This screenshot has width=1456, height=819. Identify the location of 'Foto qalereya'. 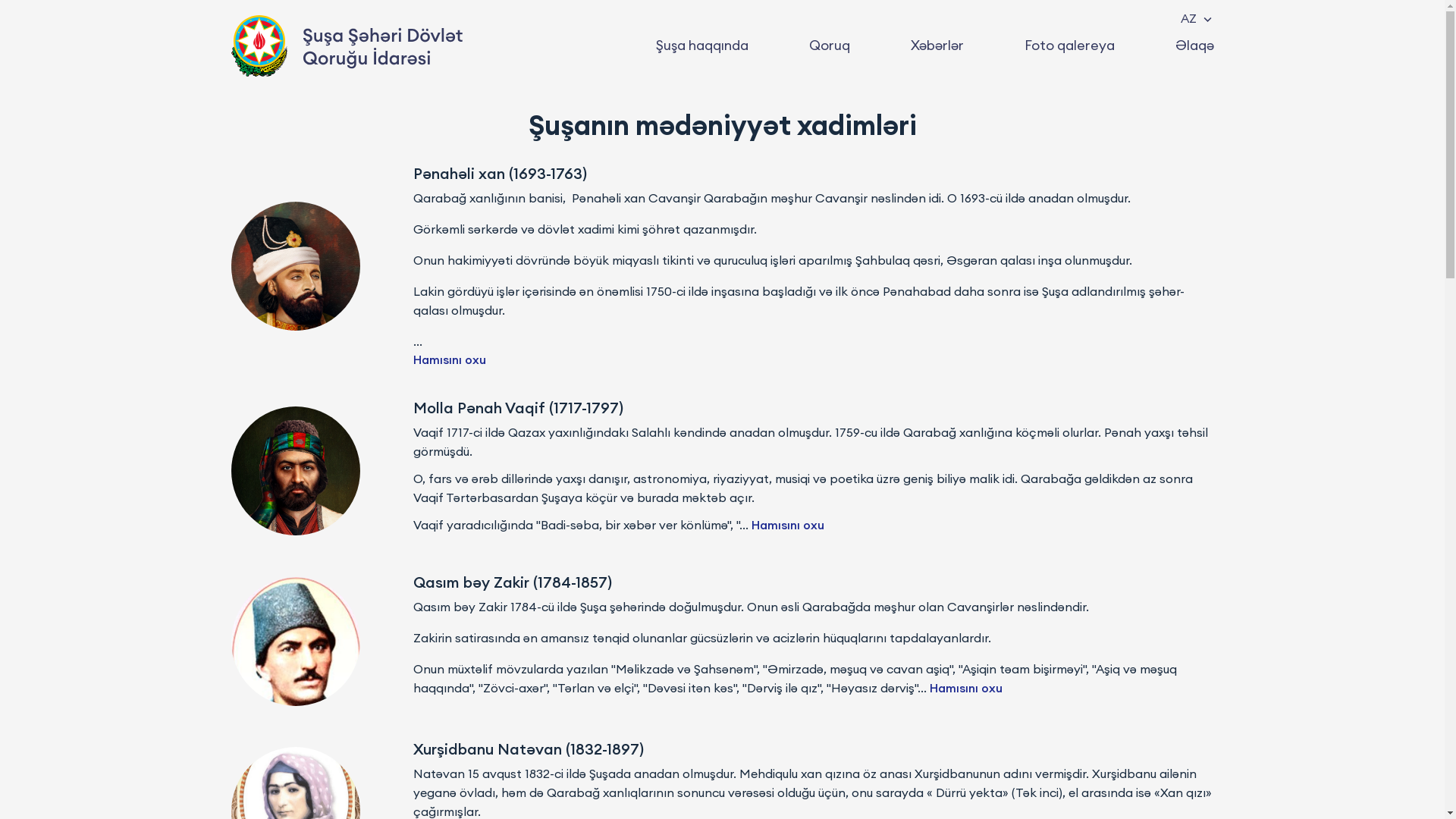
(1068, 45).